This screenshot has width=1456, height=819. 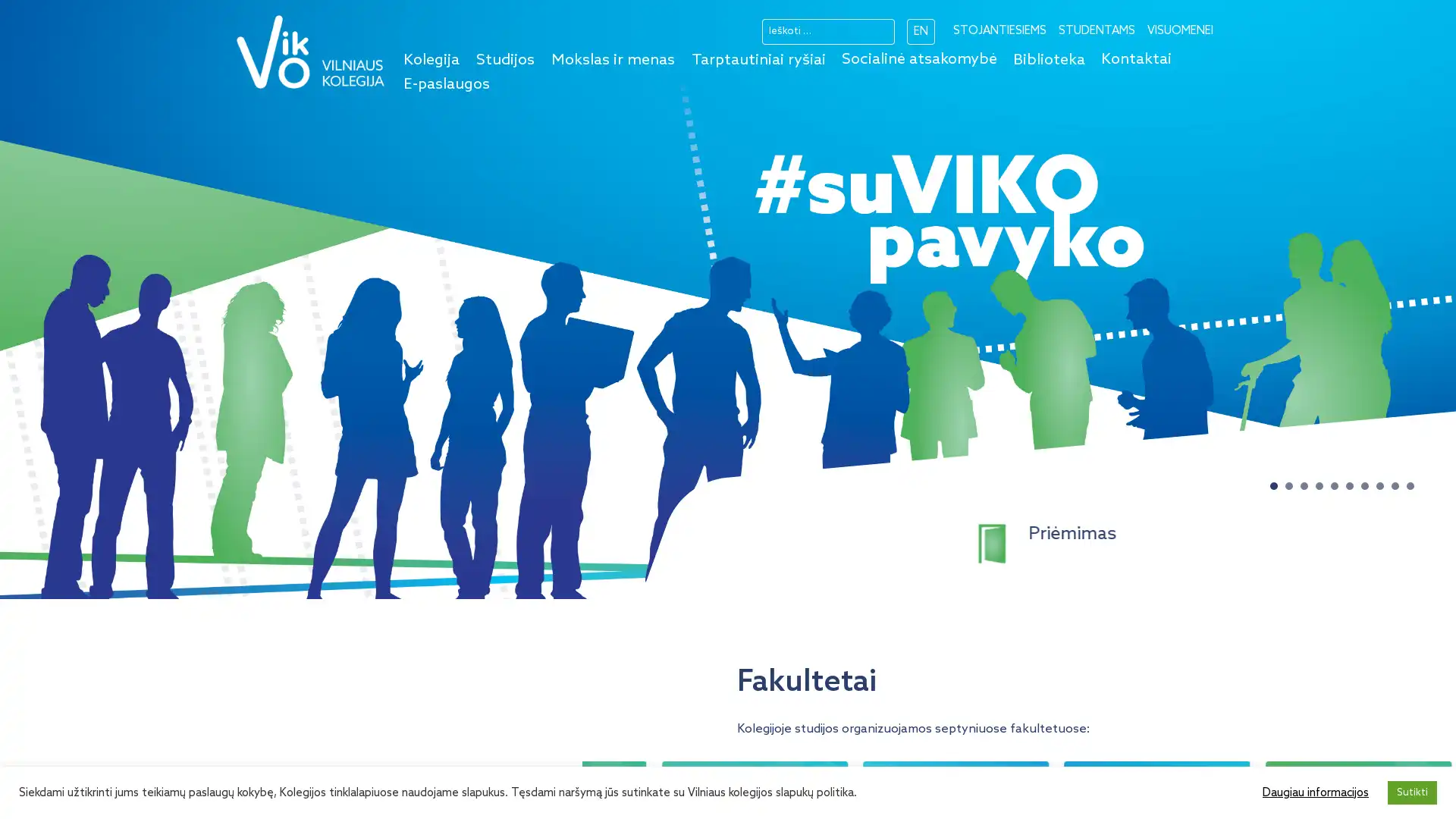 I want to click on E-paslaugos, so click(x=446, y=84).